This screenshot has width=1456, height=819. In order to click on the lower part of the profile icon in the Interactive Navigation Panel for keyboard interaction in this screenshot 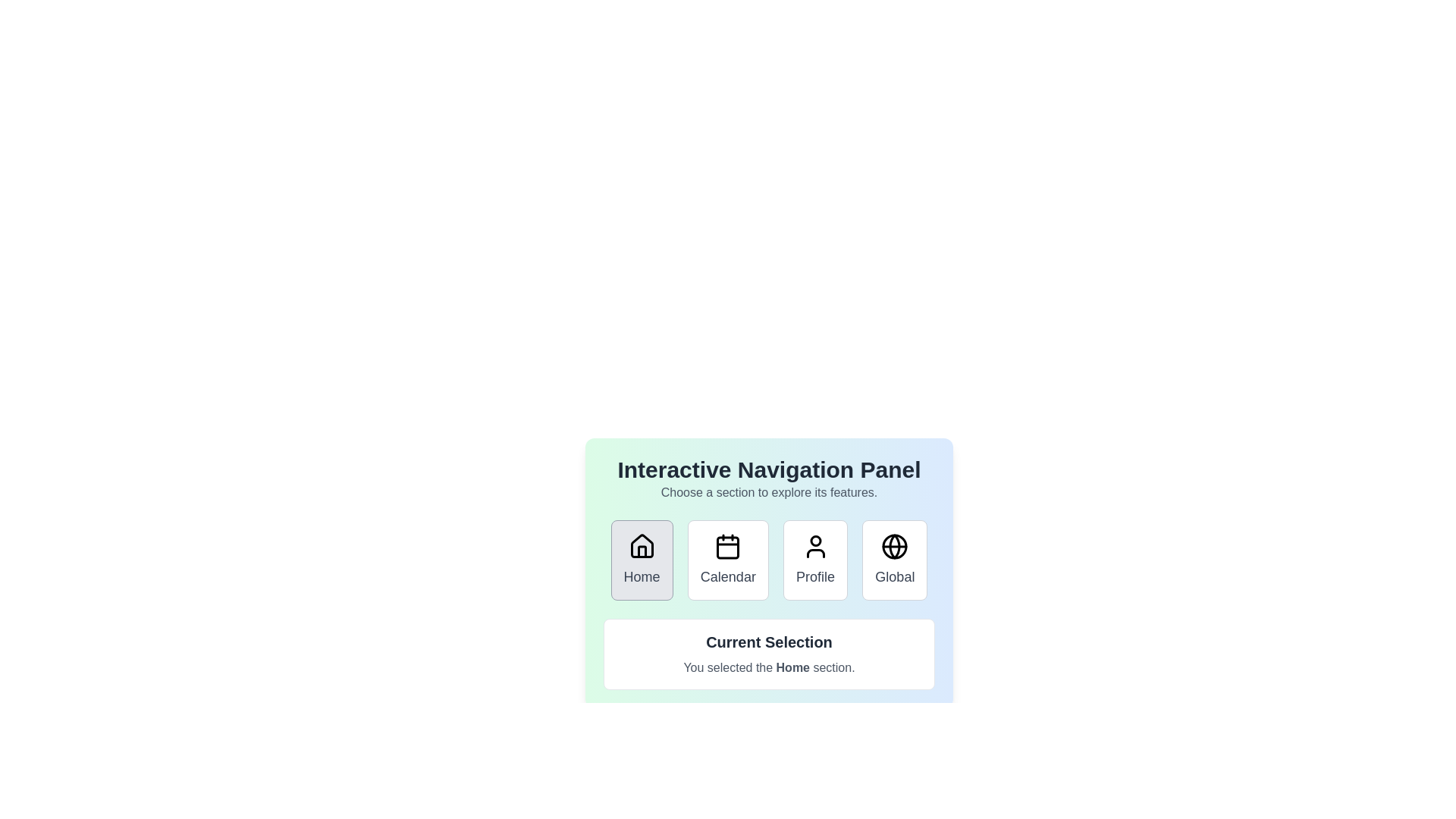, I will do `click(814, 553)`.